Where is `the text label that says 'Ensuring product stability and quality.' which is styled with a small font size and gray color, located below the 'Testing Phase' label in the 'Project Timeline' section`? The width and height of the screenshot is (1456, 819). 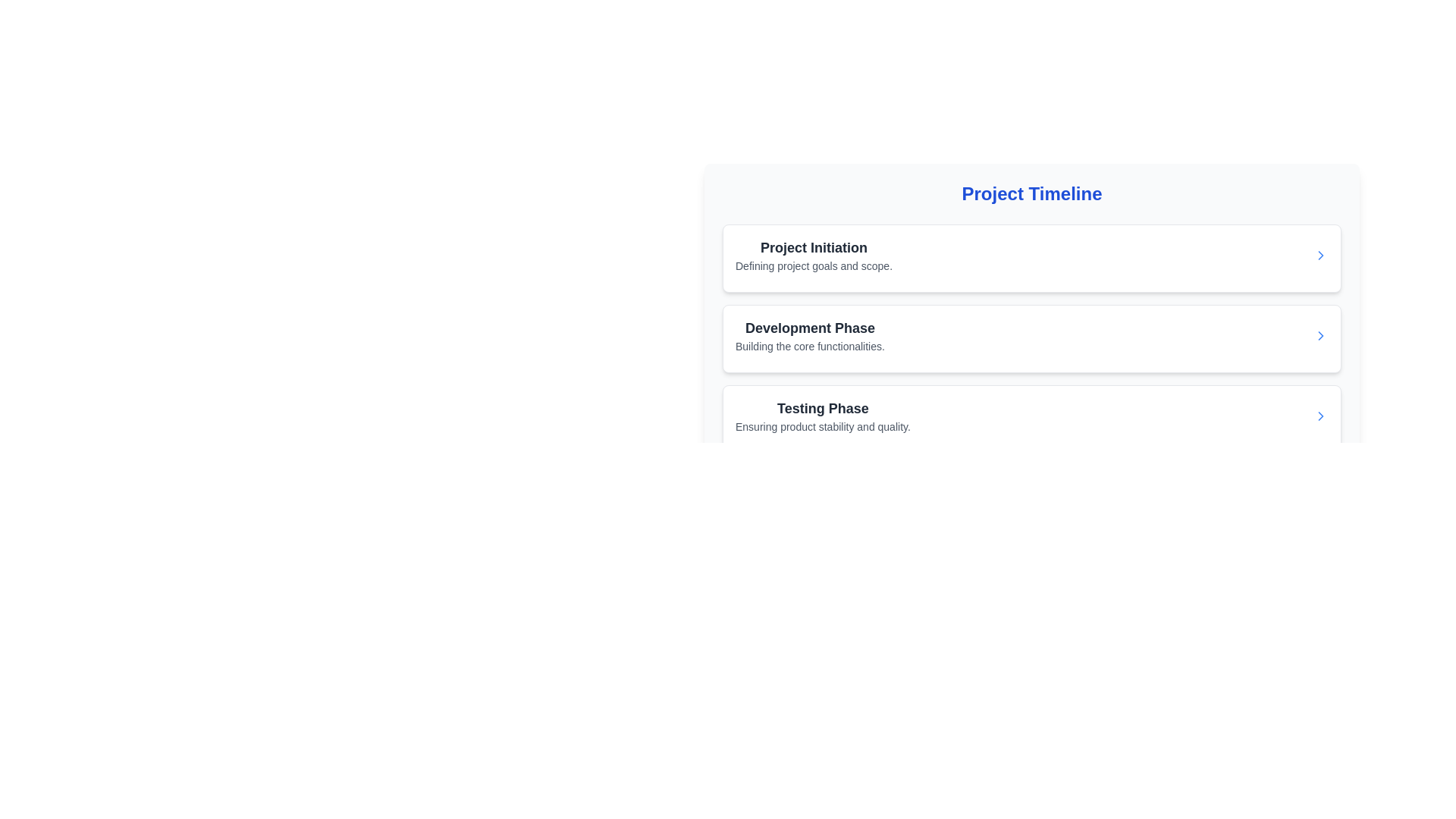 the text label that says 'Ensuring product stability and quality.' which is styled with a small font size and gray color, located below the 'Testing Phase' label in the 'Project Timeline' section is located at coordinates (822, 427).